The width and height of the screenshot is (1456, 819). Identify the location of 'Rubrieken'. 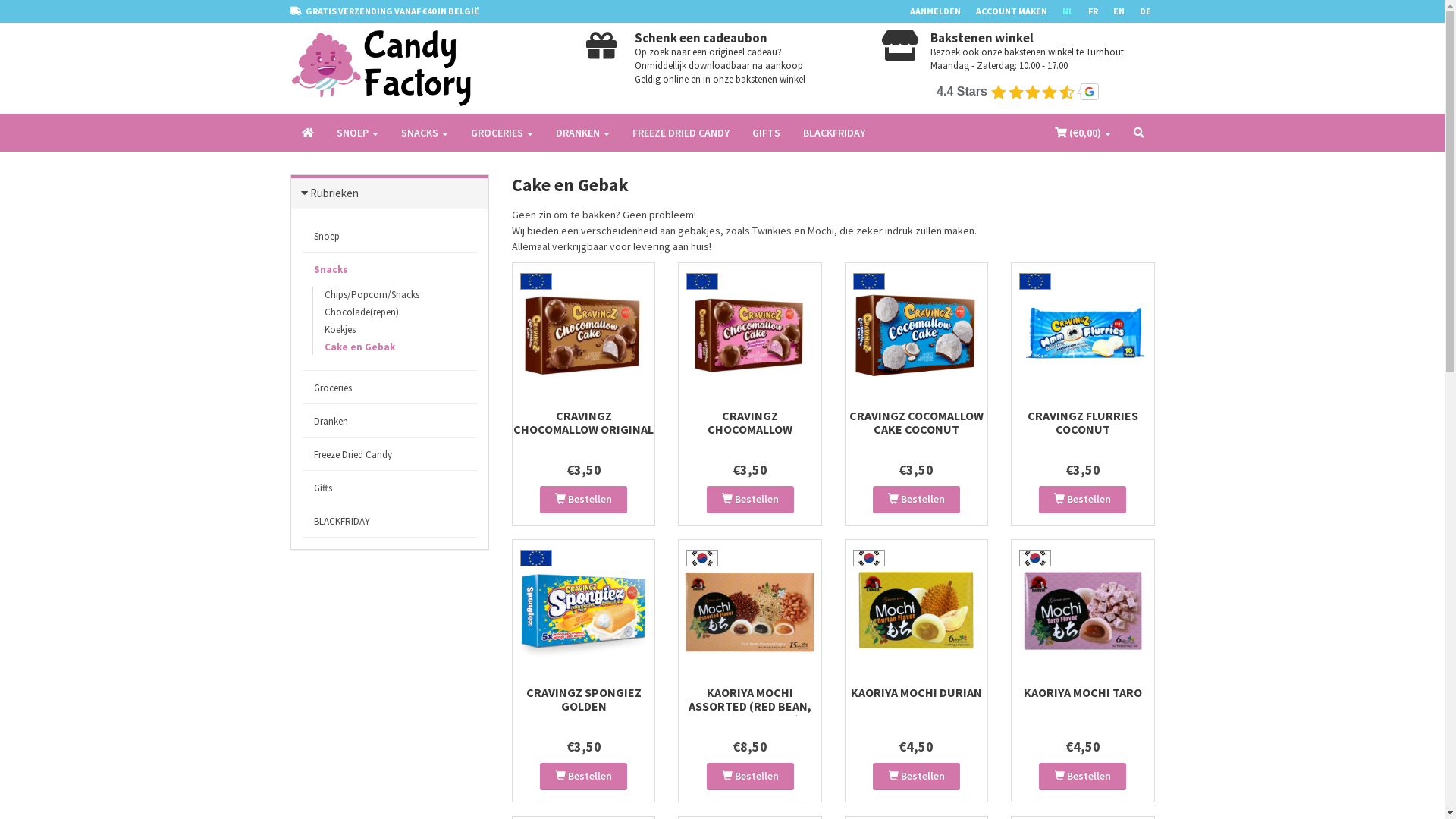
(333, 192).